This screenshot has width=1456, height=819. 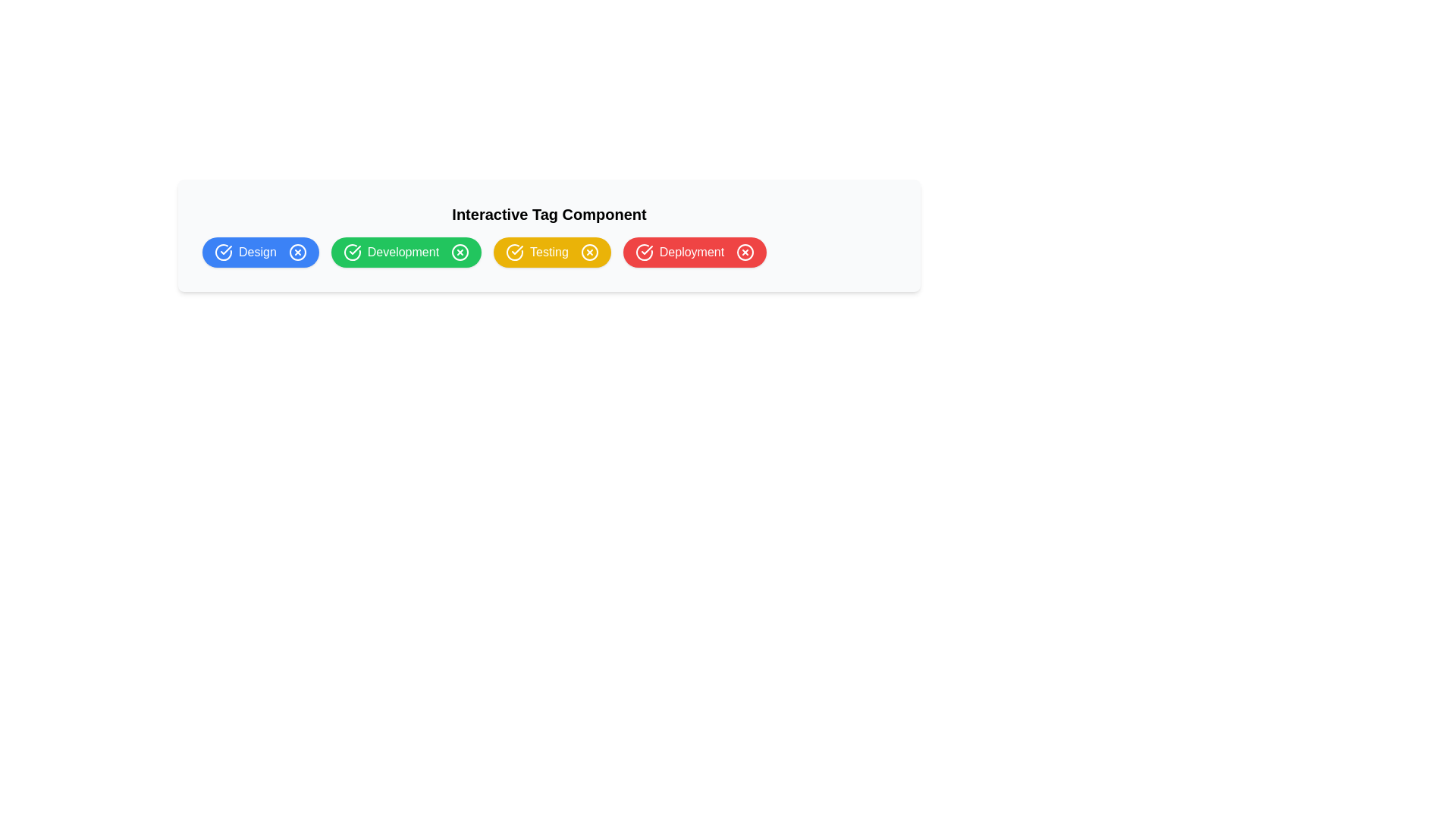 I want to click on the 'Design' button, which is the first in a horizontal list of four buttons labeled 'Design', 'Development', 'Testing', and 'Deployment', so click(x=260, y=251).